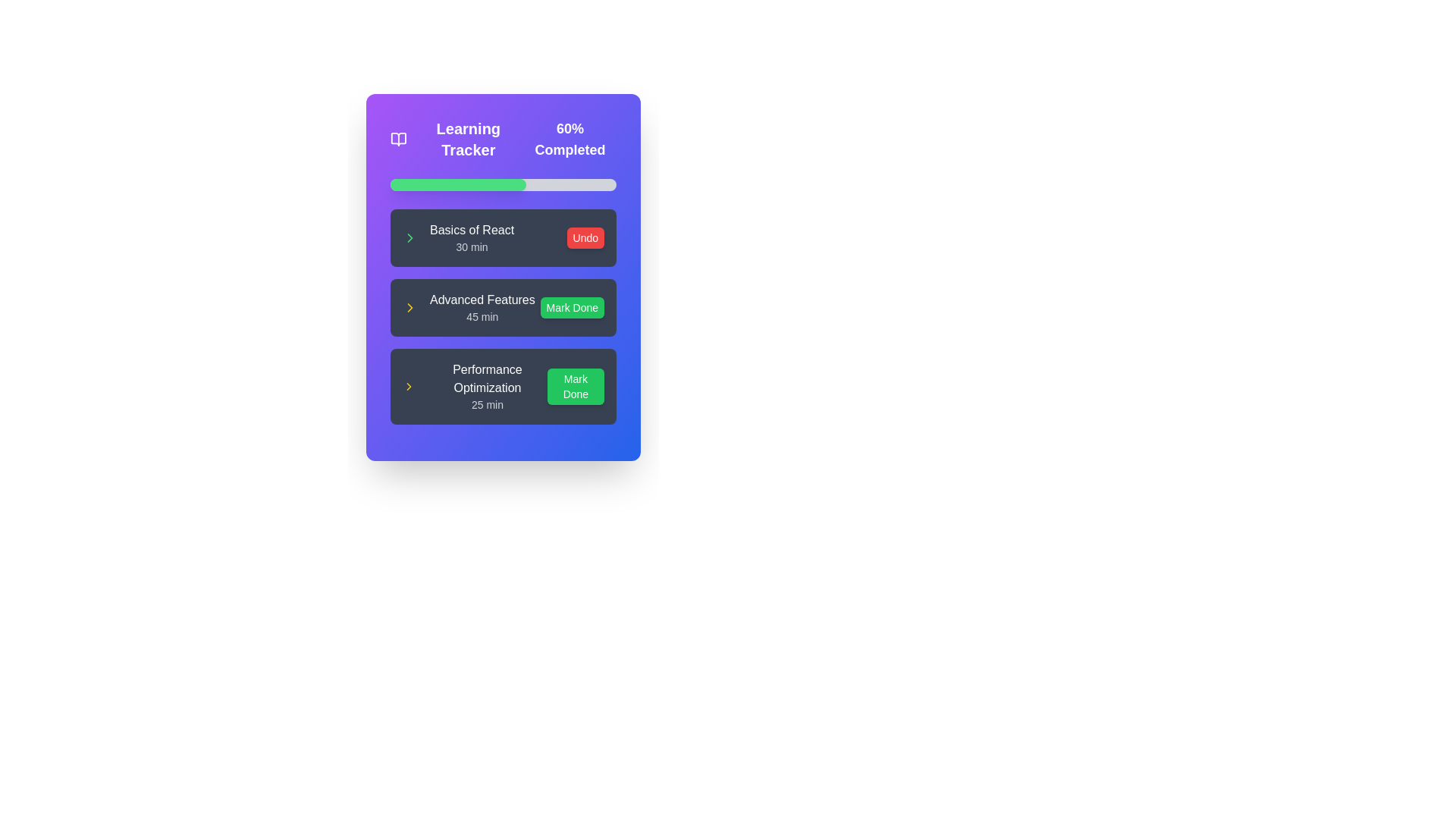 Image resolution: width=1456 pixels, height=819 pixels. Describe the element at coordinates (482, 300) in the screenshot. I see `the text label that serves as the title for the entry 'Advanced Features 45 min'` at that location.